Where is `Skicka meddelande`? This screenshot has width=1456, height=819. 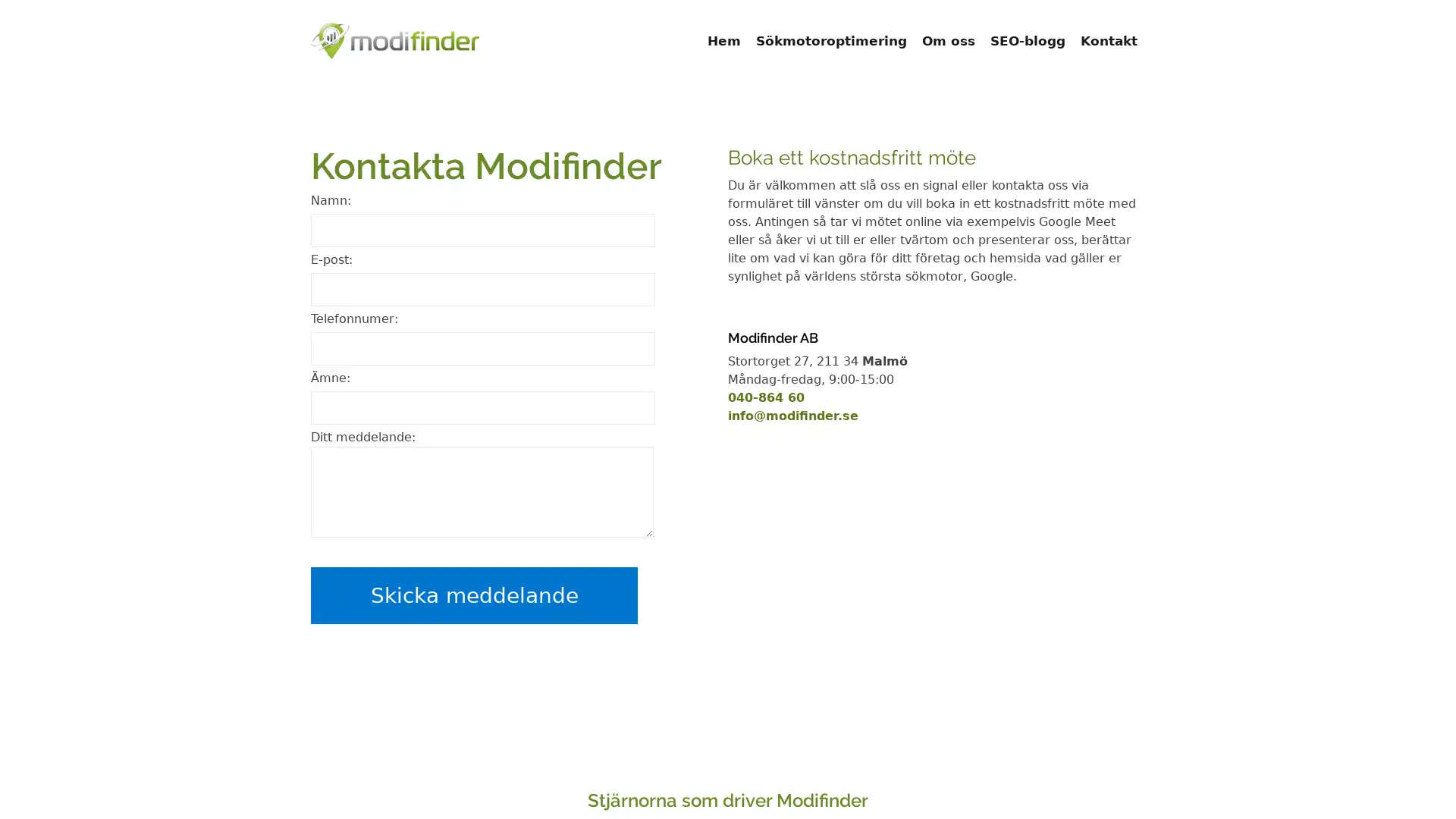
Skicka meddelande is located at coordinates (473, 594).